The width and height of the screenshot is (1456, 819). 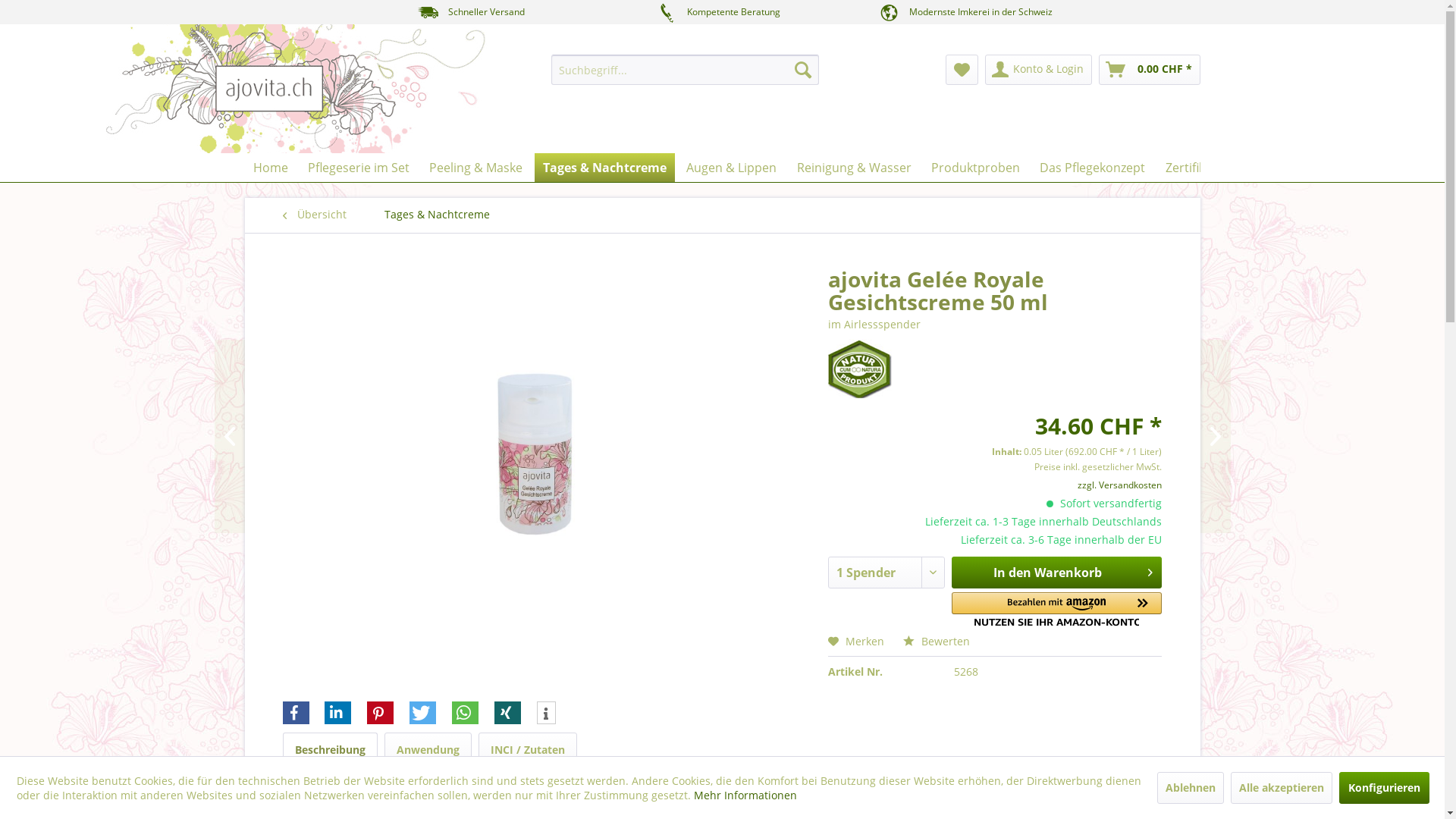 I want to click on 'Produktproben', so click(x=975, y=167).